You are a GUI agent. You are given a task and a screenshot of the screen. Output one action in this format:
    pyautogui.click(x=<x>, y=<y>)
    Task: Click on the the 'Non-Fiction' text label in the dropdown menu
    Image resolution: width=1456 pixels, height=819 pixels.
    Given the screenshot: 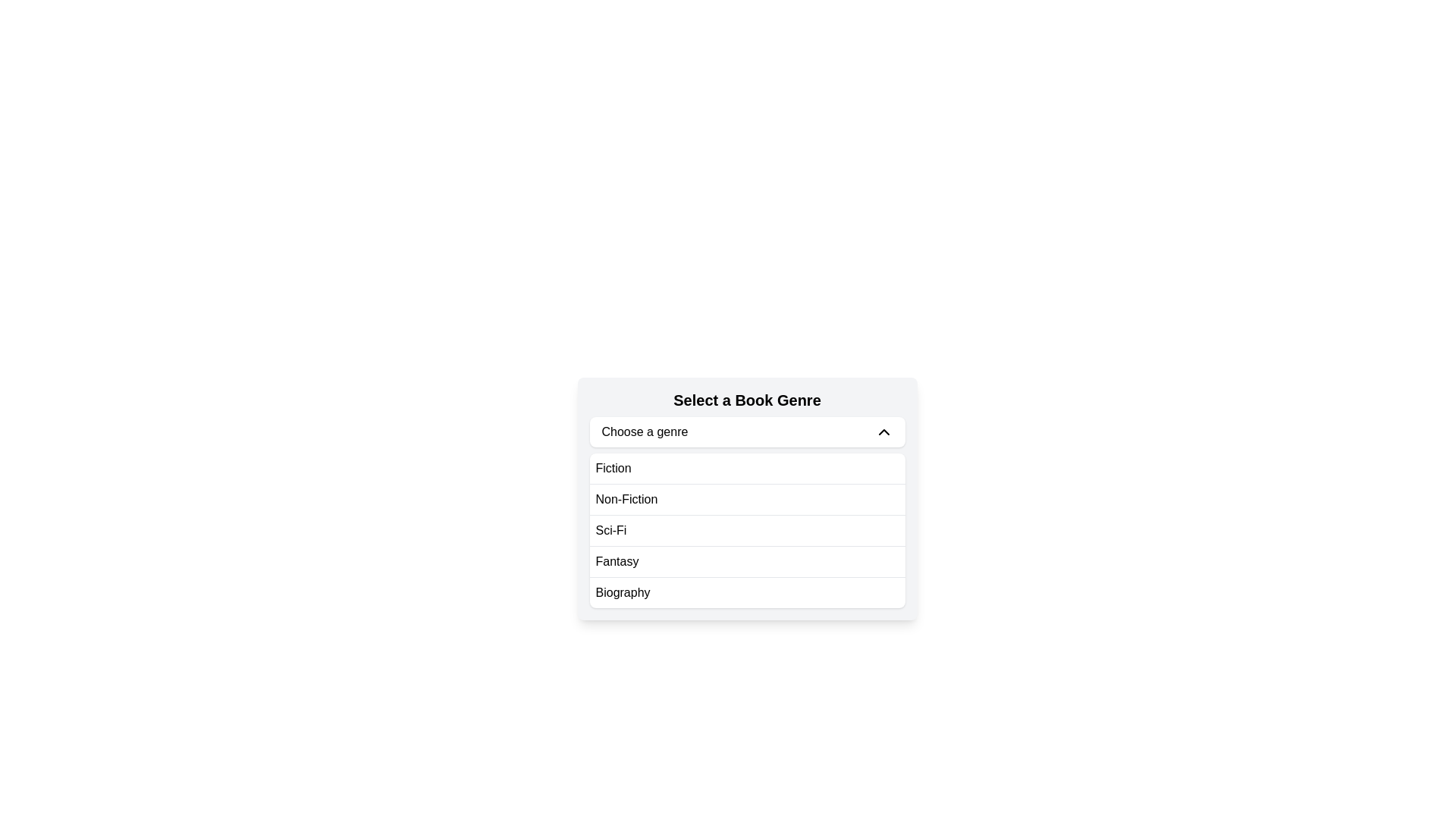 What is the action you would take?
    pyautogui.click(x=626, y=500)
    